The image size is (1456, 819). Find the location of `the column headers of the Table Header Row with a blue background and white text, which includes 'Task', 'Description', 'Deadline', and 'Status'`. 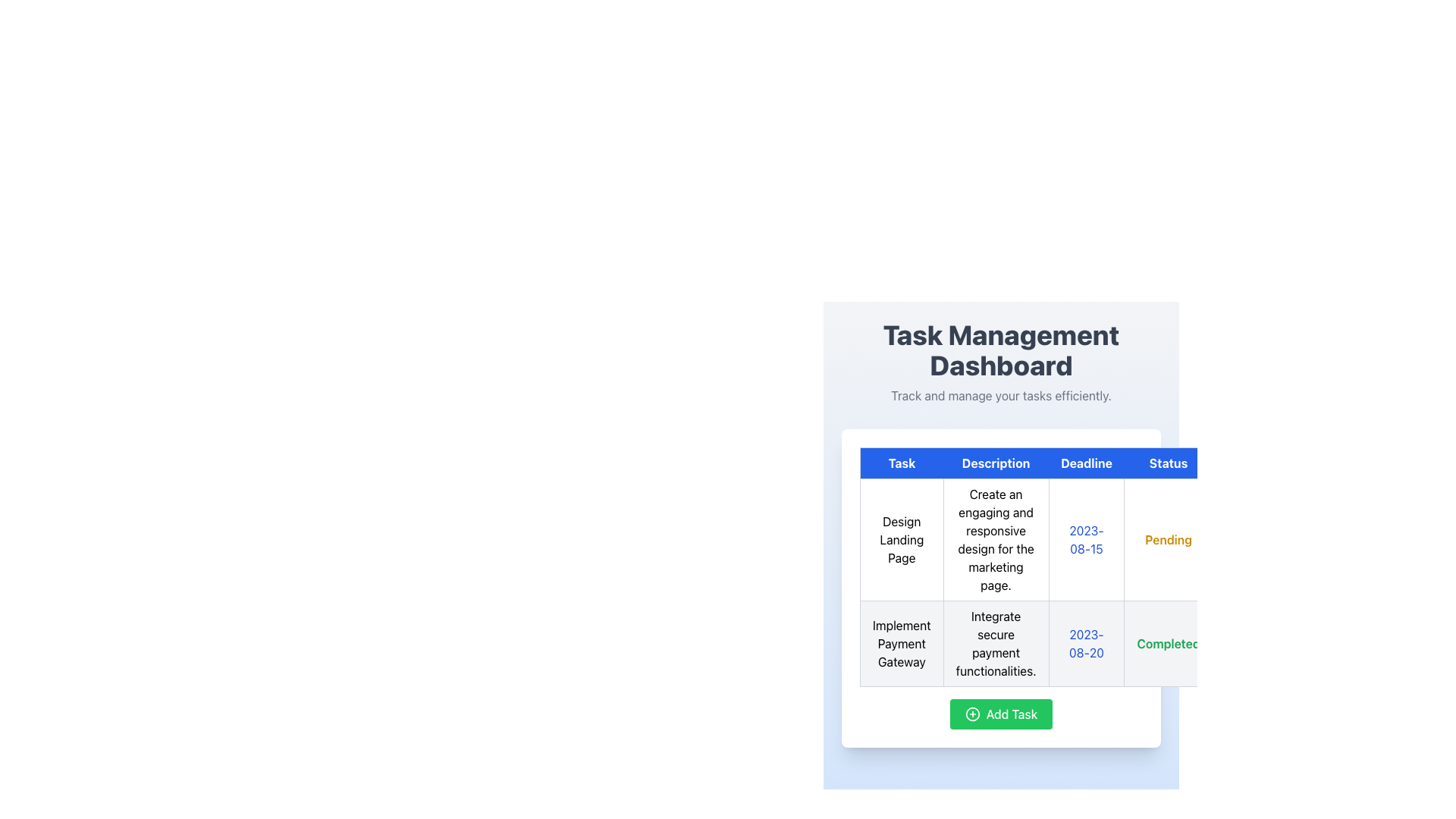

the column headers of the Table Header Row with a blue background and white text, which includes 'Task', 'Description', 'Deadline', and 'Status' is located at coordinates (1070, 462).